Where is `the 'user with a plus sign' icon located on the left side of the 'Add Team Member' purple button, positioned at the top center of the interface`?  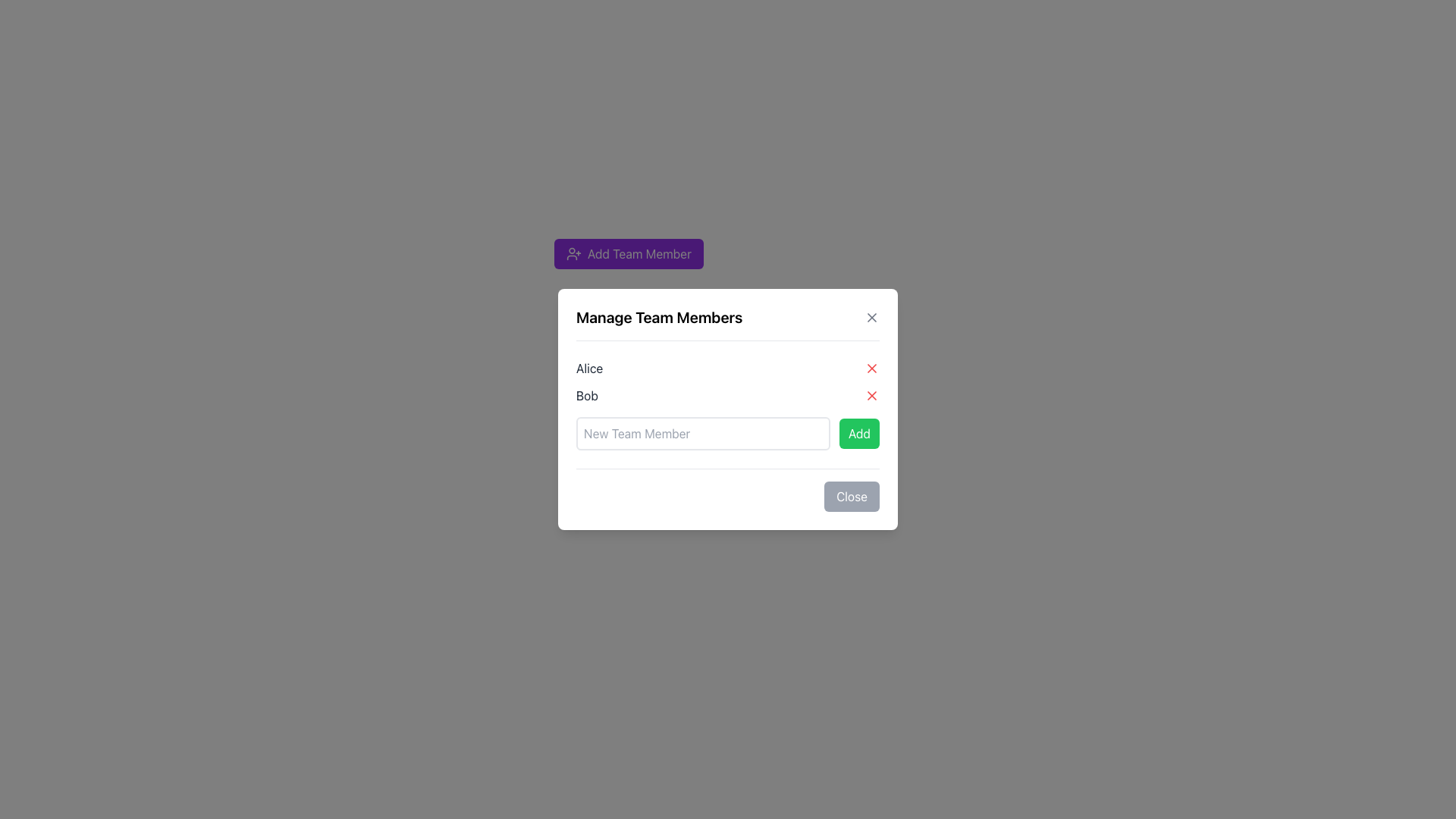
the 'user with a plus sign' icon located on the left side of the 'Add Team Member' purple button, positioned at the top center of the interface is located at coordinates (573, 253).